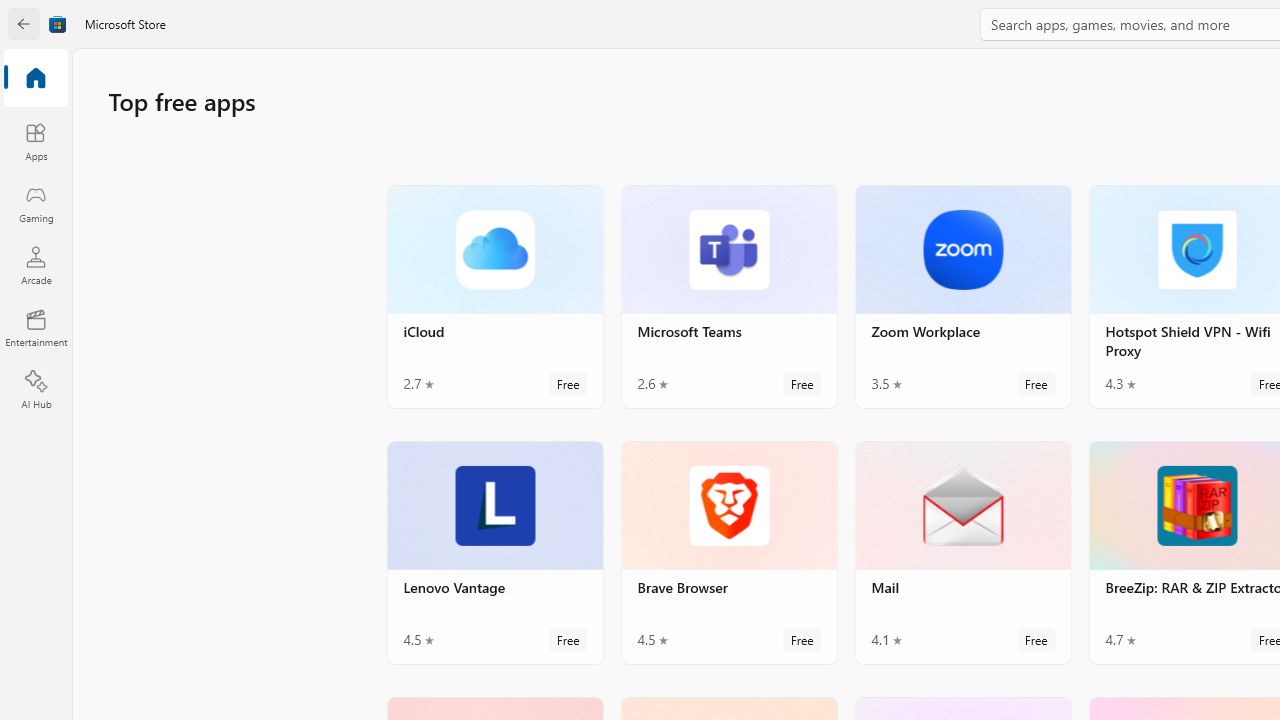 The height and width of the screenshot is (720, 1280). I want to click on 'Back', so click(24, 24).